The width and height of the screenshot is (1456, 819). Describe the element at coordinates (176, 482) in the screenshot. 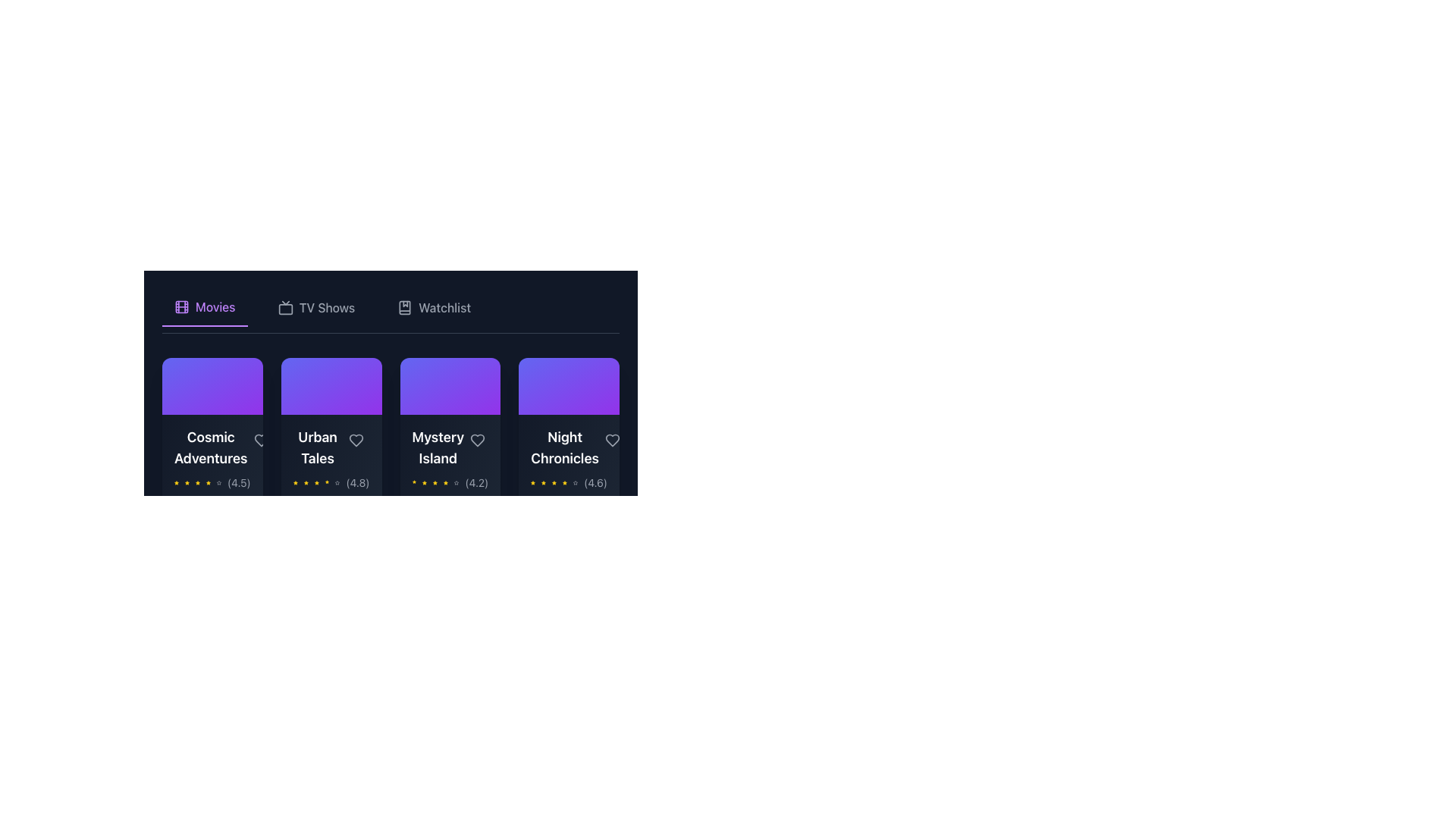

I see `the first yellow star icon in the five-star rating system located below the title 'Cosmic Adventures' in the 'Movies' section` at that location.